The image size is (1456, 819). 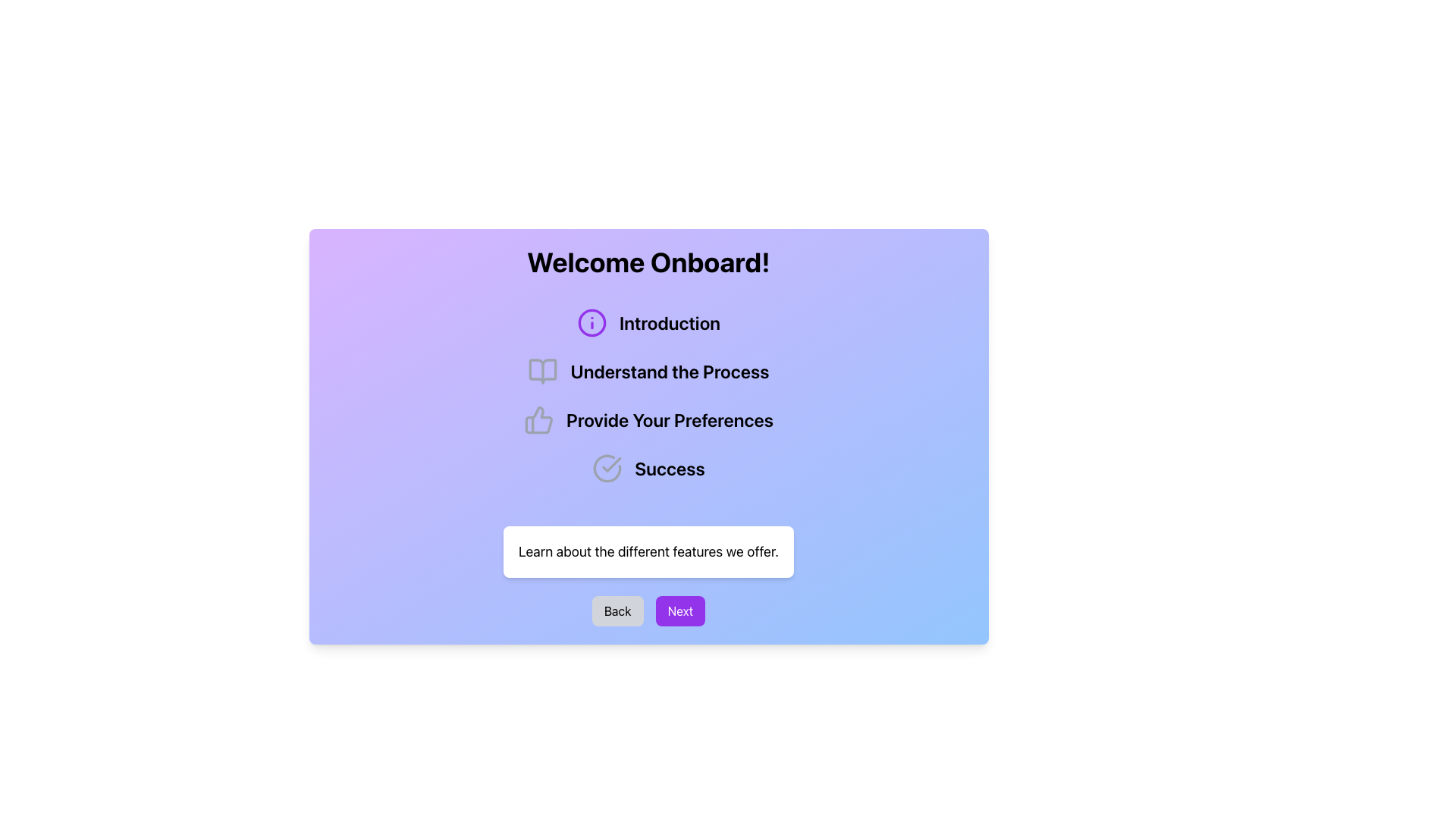 I want to click on the first button to the left of the 'Next' button, so click(x=617, y=610).